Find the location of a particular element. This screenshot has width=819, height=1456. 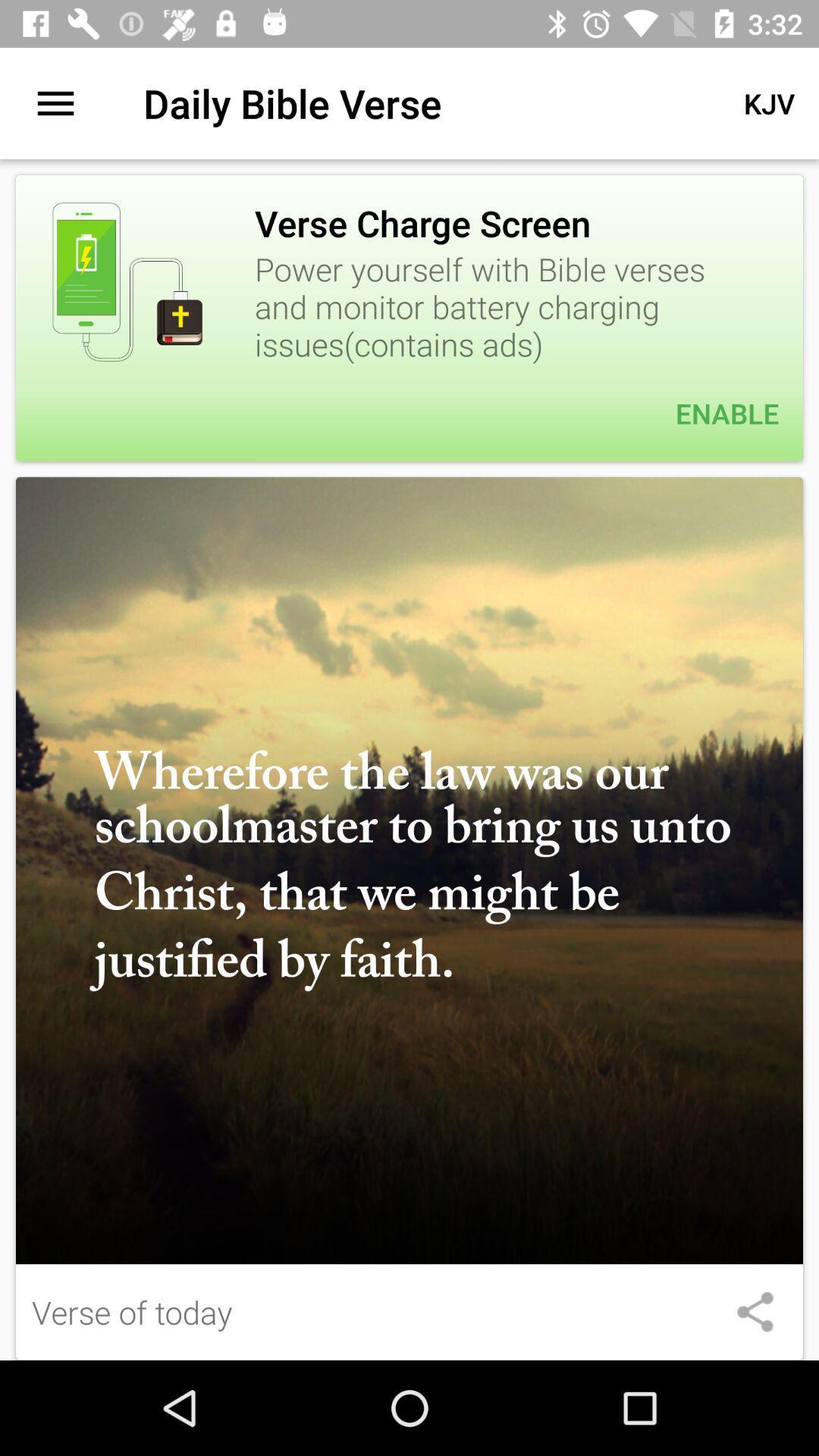

the item to the left of daily bible verse item is located at coordinates (55, 102).